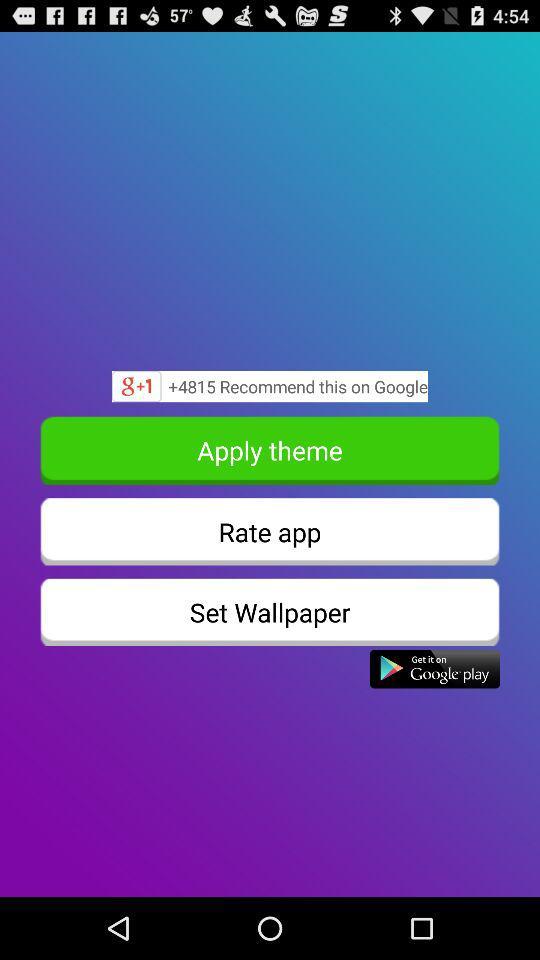 This screenshot has height=960, width=540. What do you see at coordinates (270, 530) in the screenshot?
I see `the button above the set wallpaper icon` at bounding box center [270, 530].